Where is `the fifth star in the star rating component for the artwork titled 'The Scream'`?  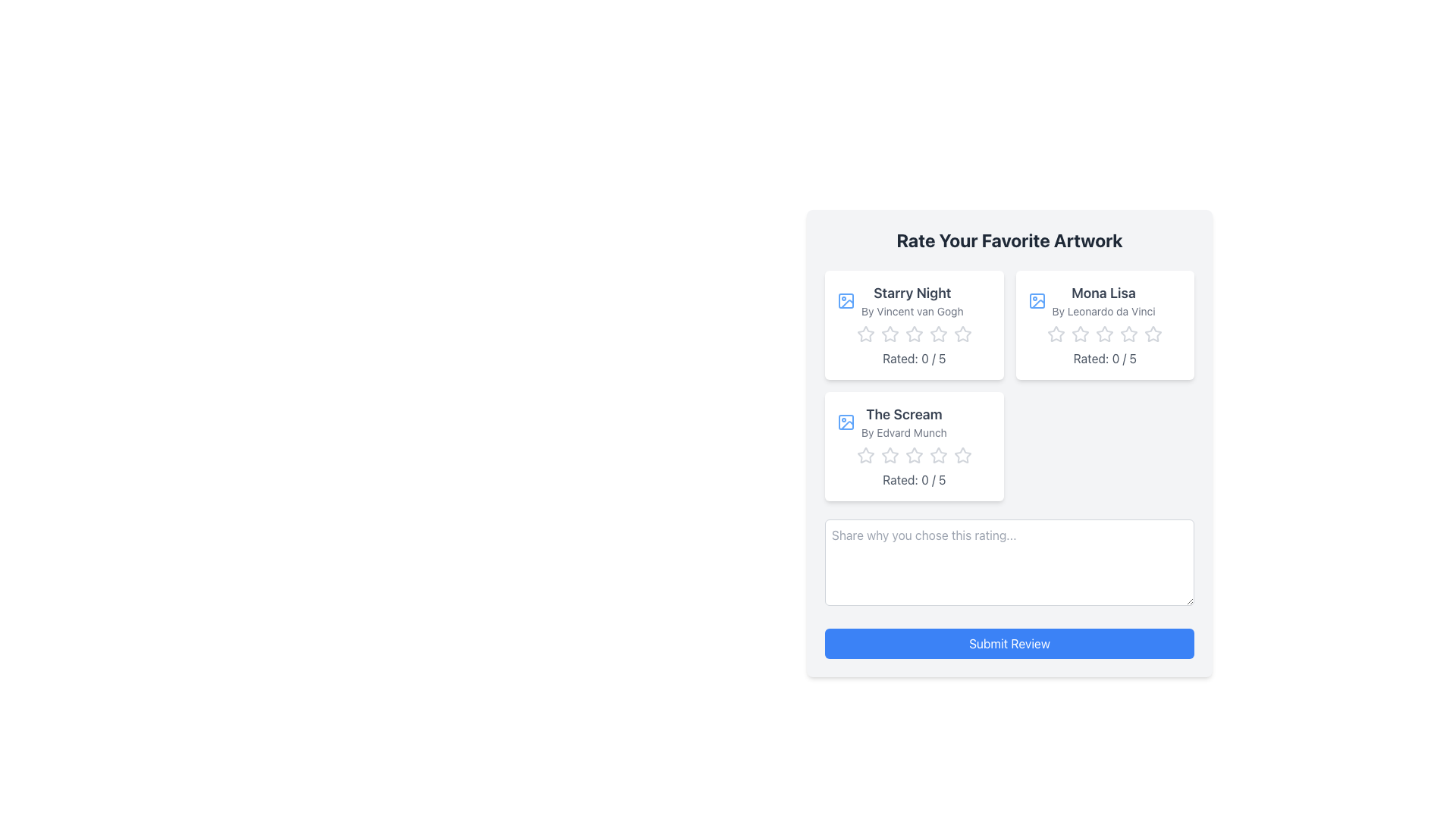 the fifth star in the star rating component for the artwork titled 'The Scream' is located at coordinates (962, 455).